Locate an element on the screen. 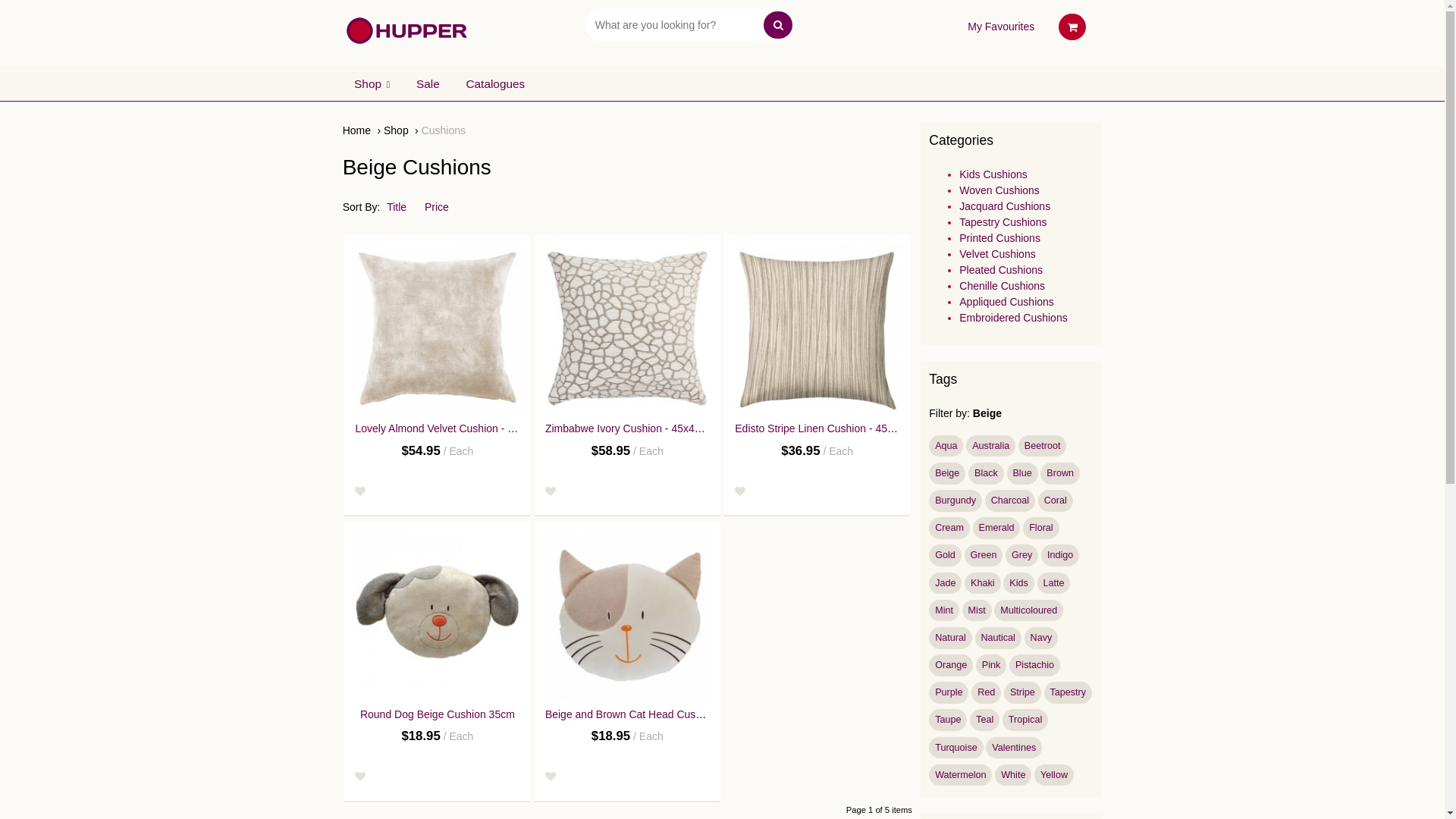 This screenshot has height=819, width=1456. 'Tapestry' is located at coordinates (1067, 692).